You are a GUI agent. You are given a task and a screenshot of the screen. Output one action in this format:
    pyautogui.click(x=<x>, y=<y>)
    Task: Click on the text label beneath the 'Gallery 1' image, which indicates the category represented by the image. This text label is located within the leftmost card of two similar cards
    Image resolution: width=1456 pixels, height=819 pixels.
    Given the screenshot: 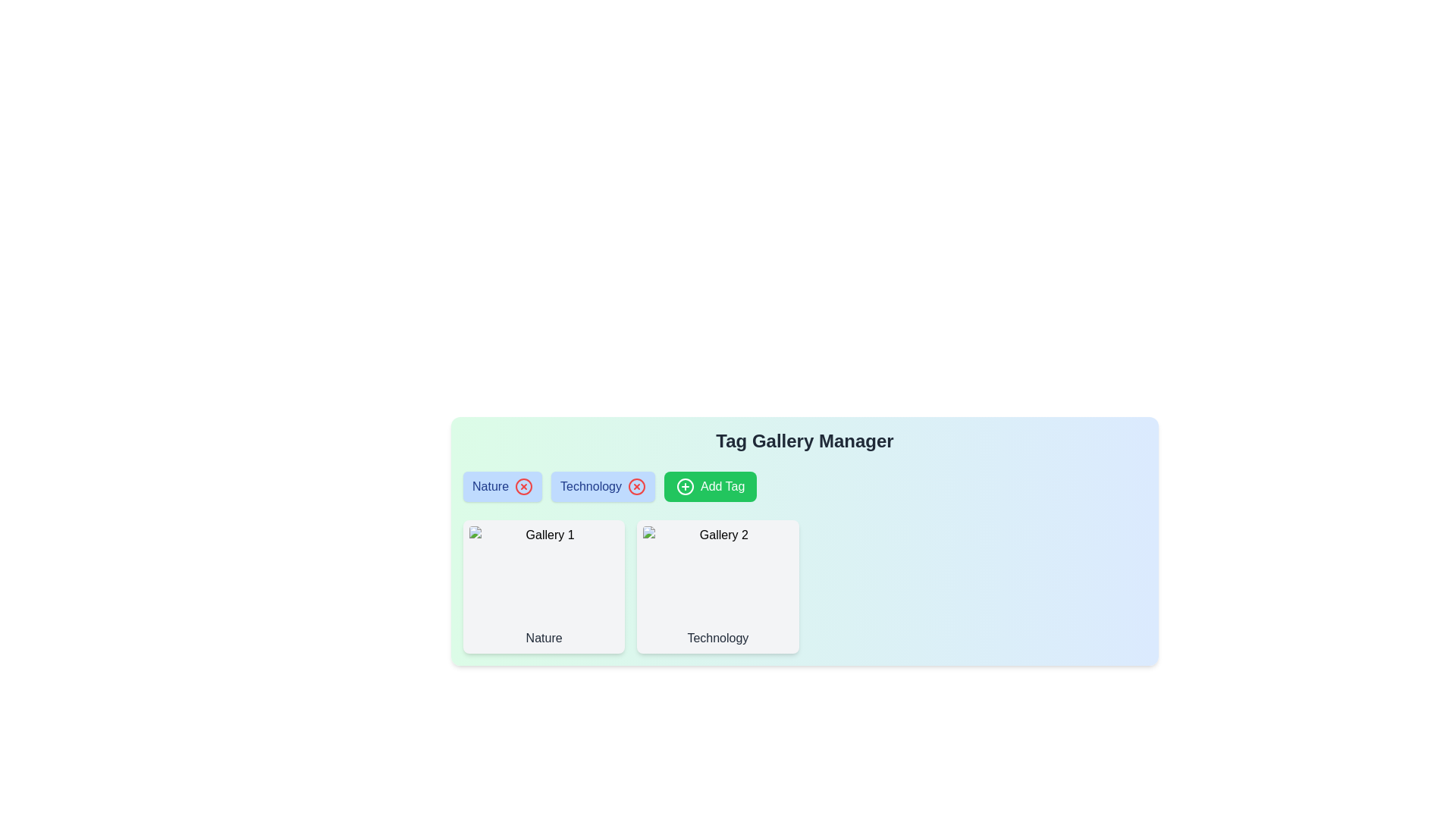 What is the action you would take?
    pyautogui.click(x=544, y=638)
    